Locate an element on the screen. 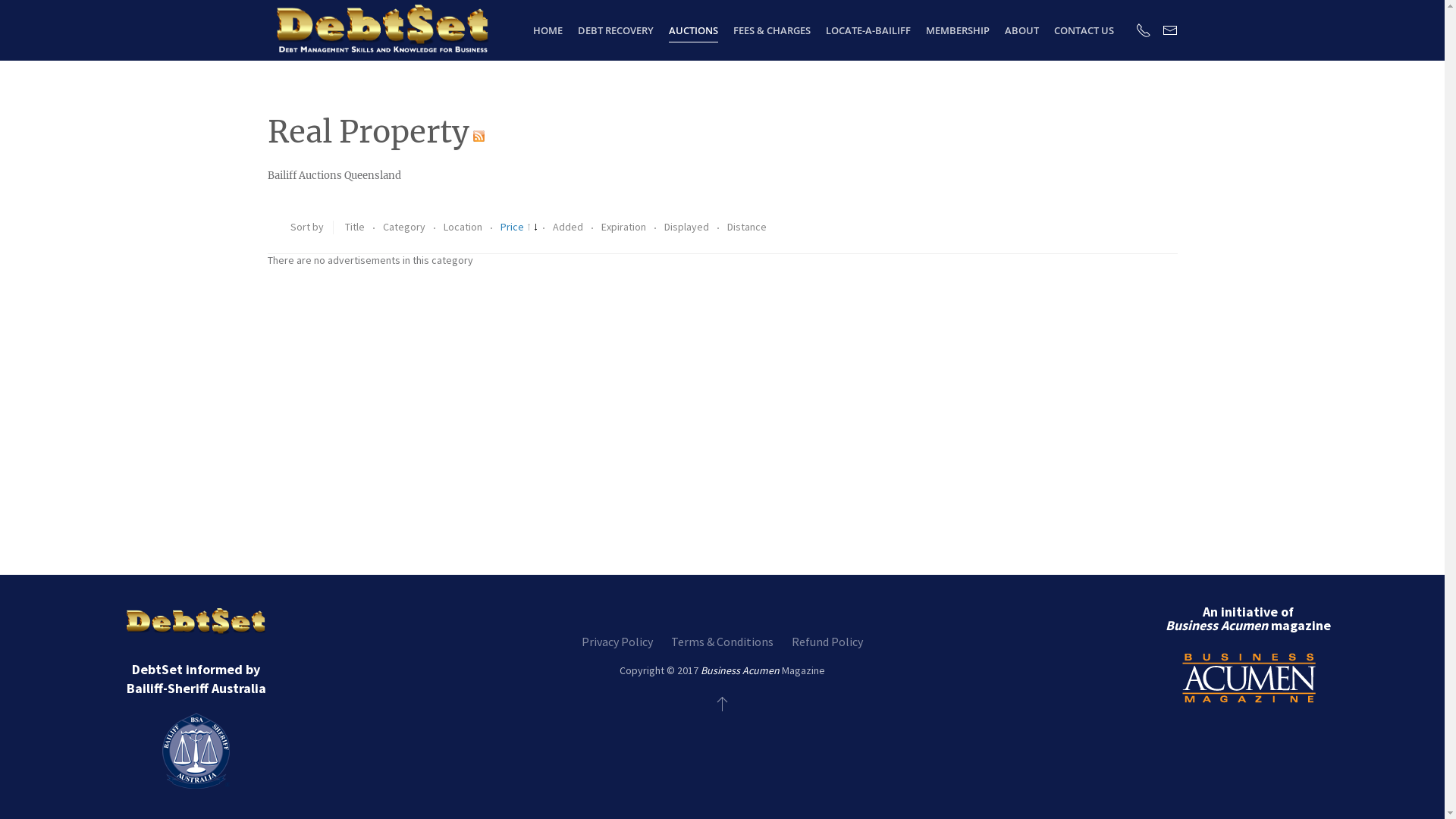 This screenshot has height=819, width=1456. 'LOCATE-A-BAILIFF' is located at coordinates (868, 30).